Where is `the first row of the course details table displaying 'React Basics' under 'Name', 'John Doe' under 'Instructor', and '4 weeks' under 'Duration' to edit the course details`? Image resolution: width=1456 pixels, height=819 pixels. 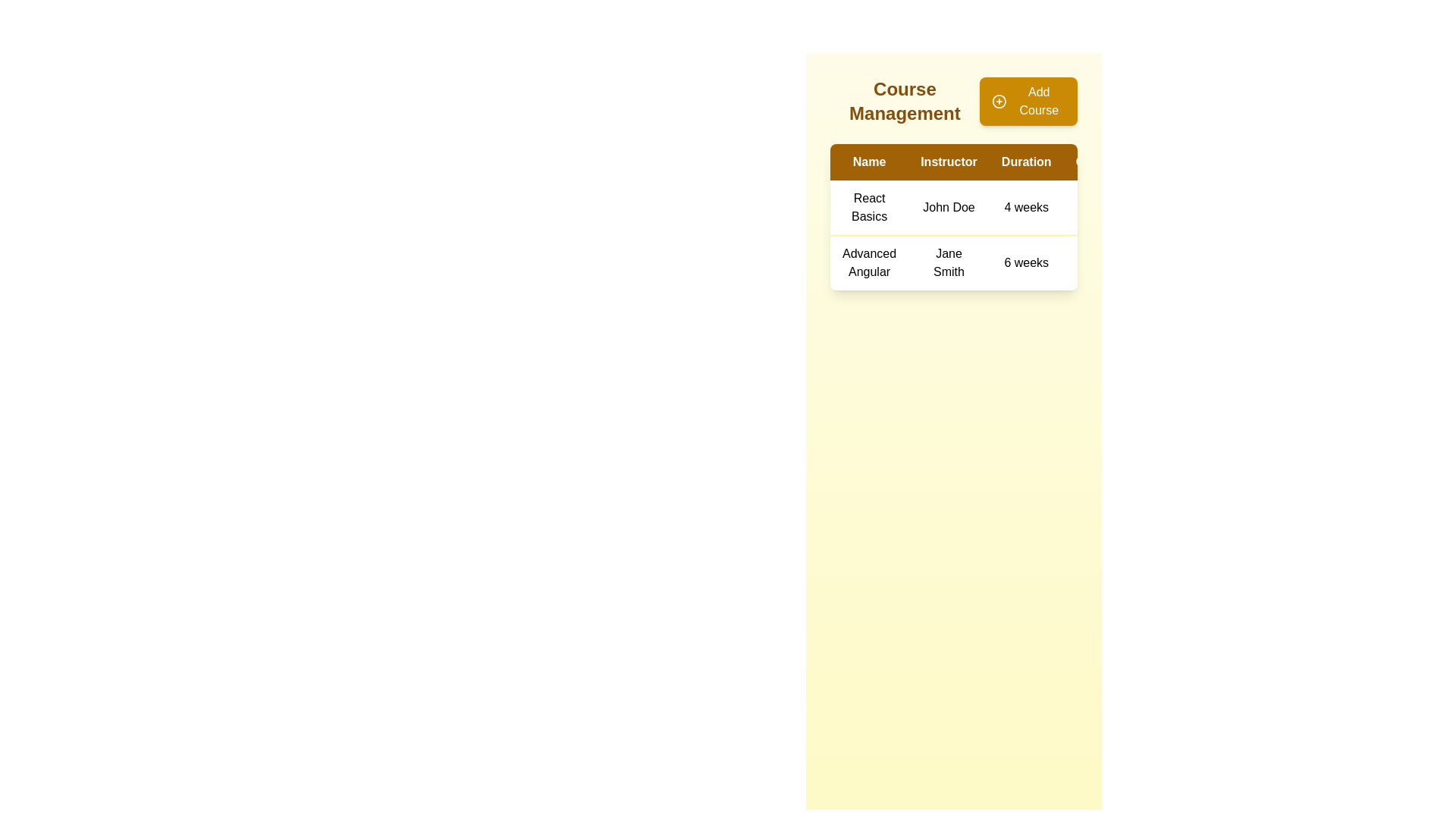
the first row of the course details table displaying 'React Basics' under 'Name', 'John Doe' under 'Instructor', and '4 weeks' under 'Duration' to edit the course details is located at coordinates (1018, 208).